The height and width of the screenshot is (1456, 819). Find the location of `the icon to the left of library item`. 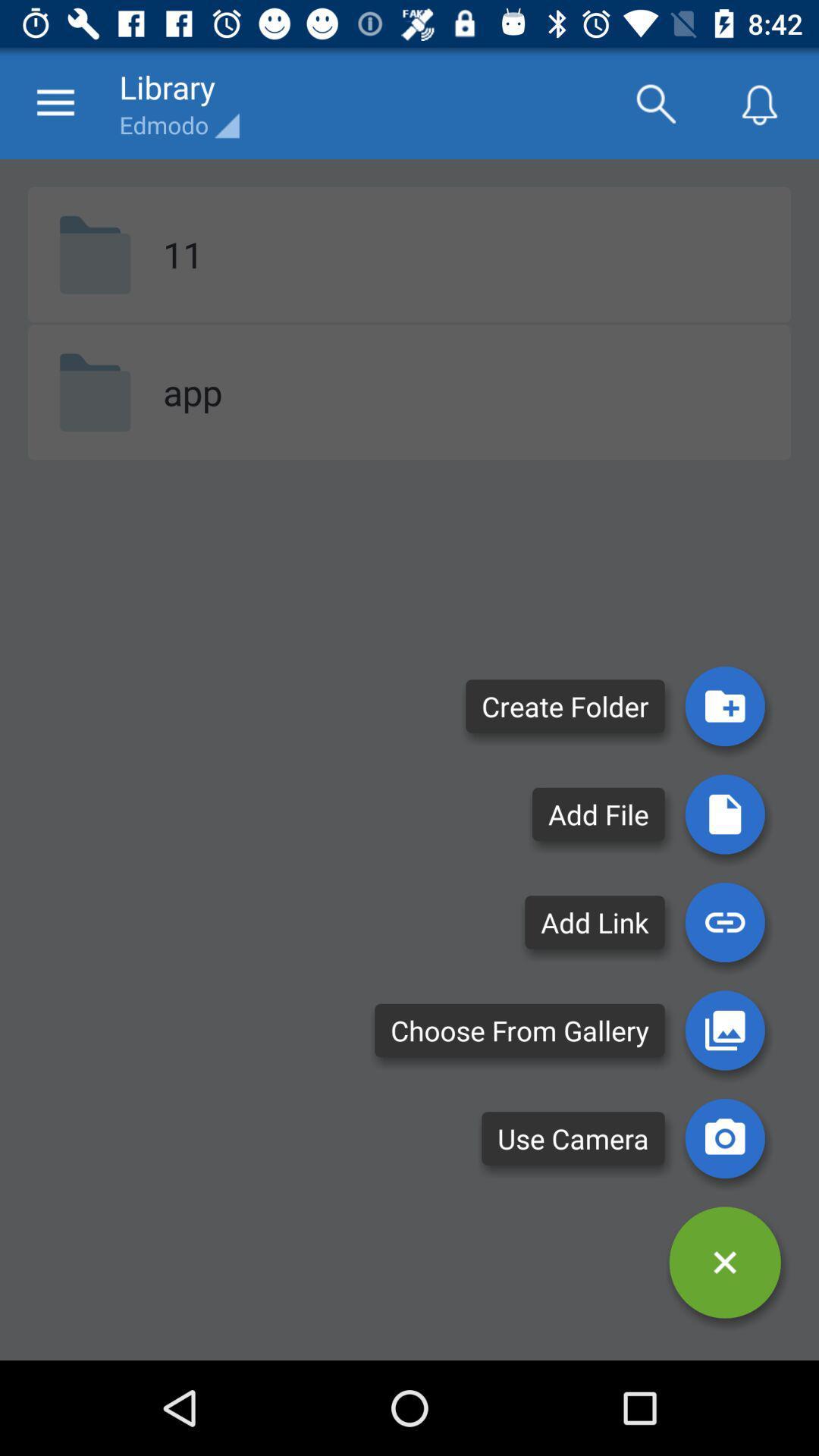

the icon to the left of library item is located at coordinates (55, 102).